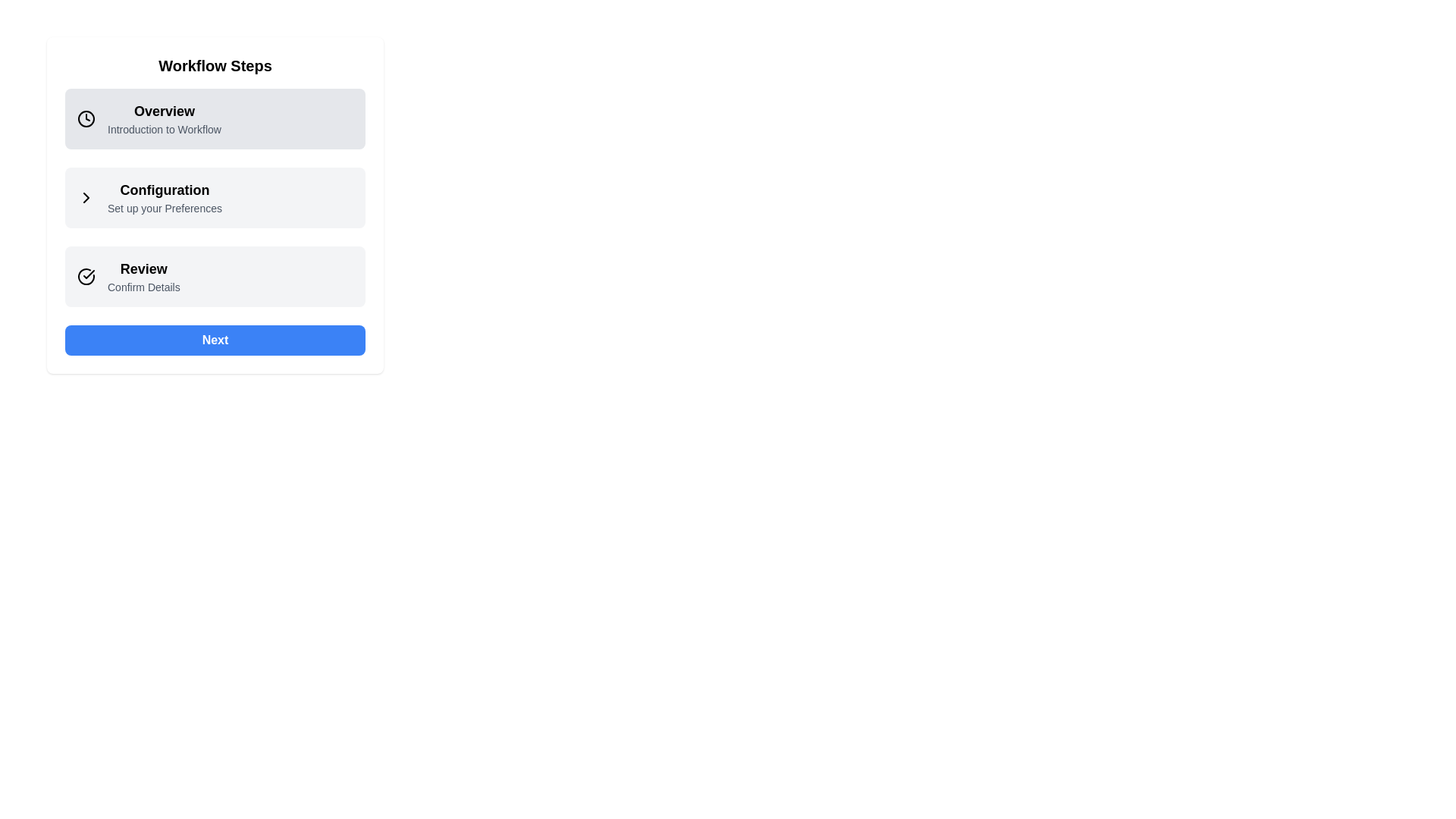  Describe the element at coordinates (86, 197) in the screenshot. I see `the rightward-pointing arrow icon located to the left of the 'Configuration' text in the workflow steps list` at that location.